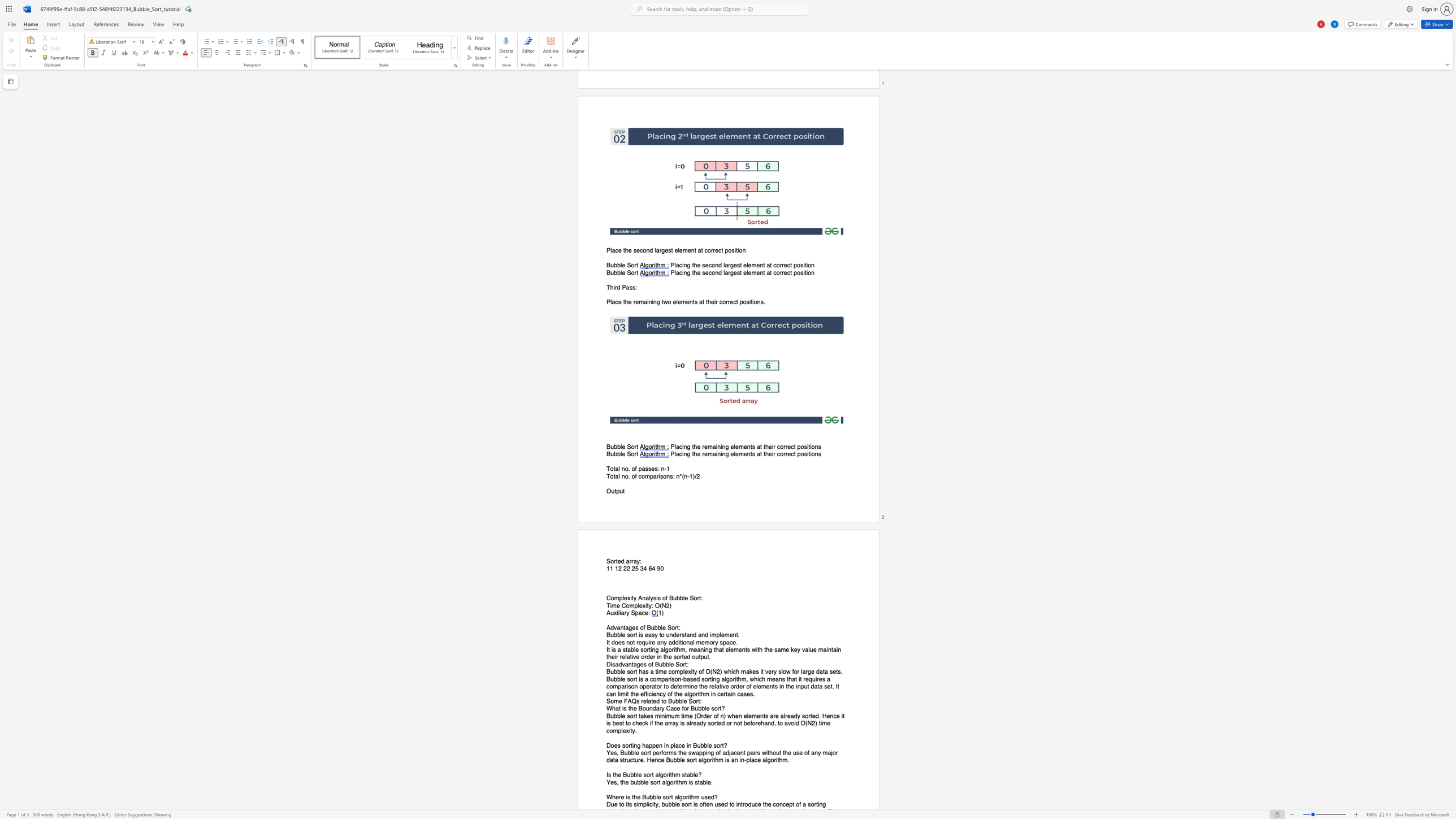 This screenshot has width=1456, height=819. Describe the element at coordinates (648, 598) in the screenshot. I see `the subset text "lysis of B" within the text "Complexity Analysis of Bubble Sort:"` at that location.